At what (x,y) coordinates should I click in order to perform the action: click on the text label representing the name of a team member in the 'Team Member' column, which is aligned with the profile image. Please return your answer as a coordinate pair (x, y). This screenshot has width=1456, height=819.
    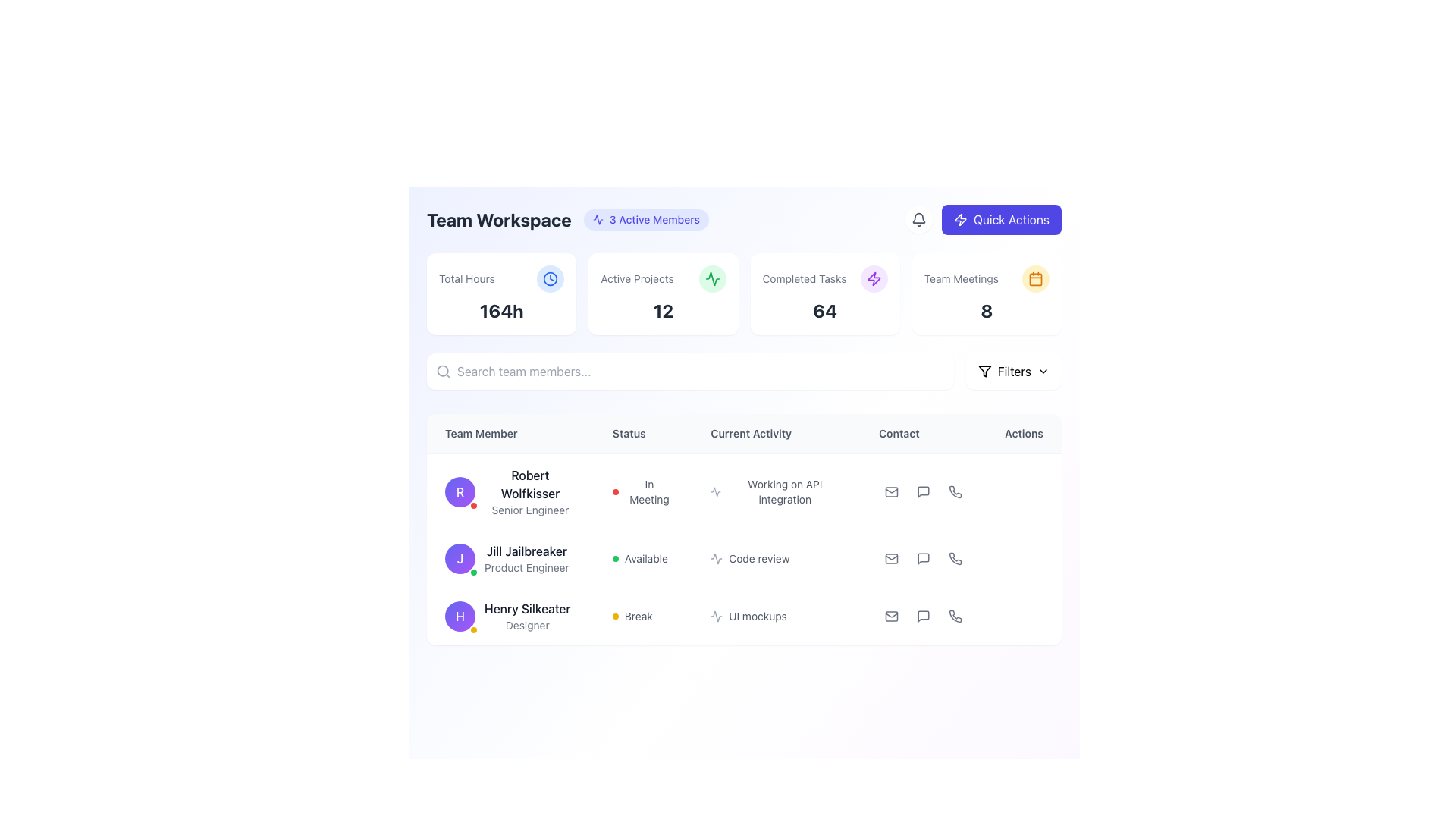
    Looking at the image, I should click on (527, 607).